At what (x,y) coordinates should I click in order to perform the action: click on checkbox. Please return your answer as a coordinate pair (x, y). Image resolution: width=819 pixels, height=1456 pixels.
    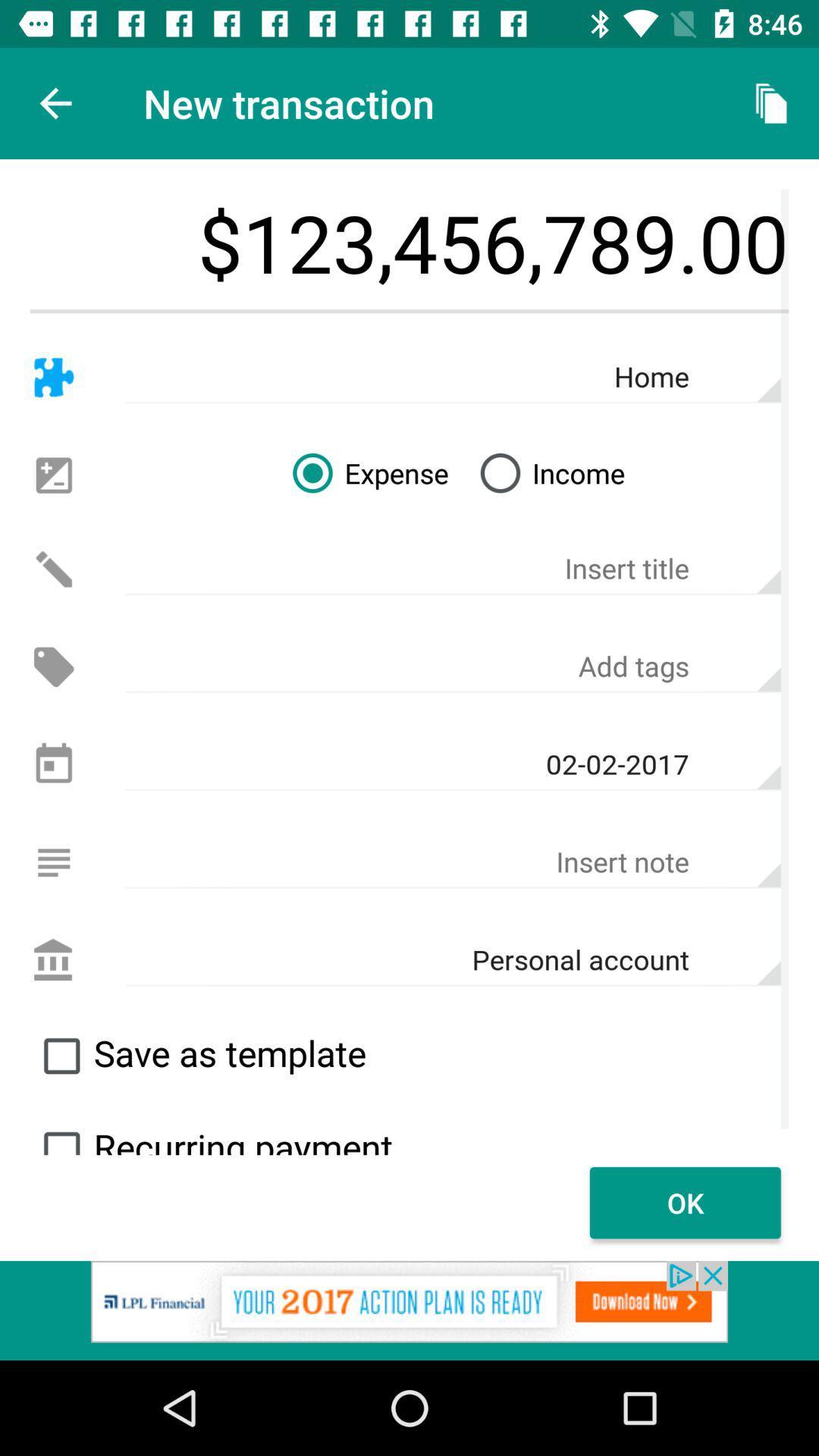
    Looking at the image, I should click on (61, 1055).